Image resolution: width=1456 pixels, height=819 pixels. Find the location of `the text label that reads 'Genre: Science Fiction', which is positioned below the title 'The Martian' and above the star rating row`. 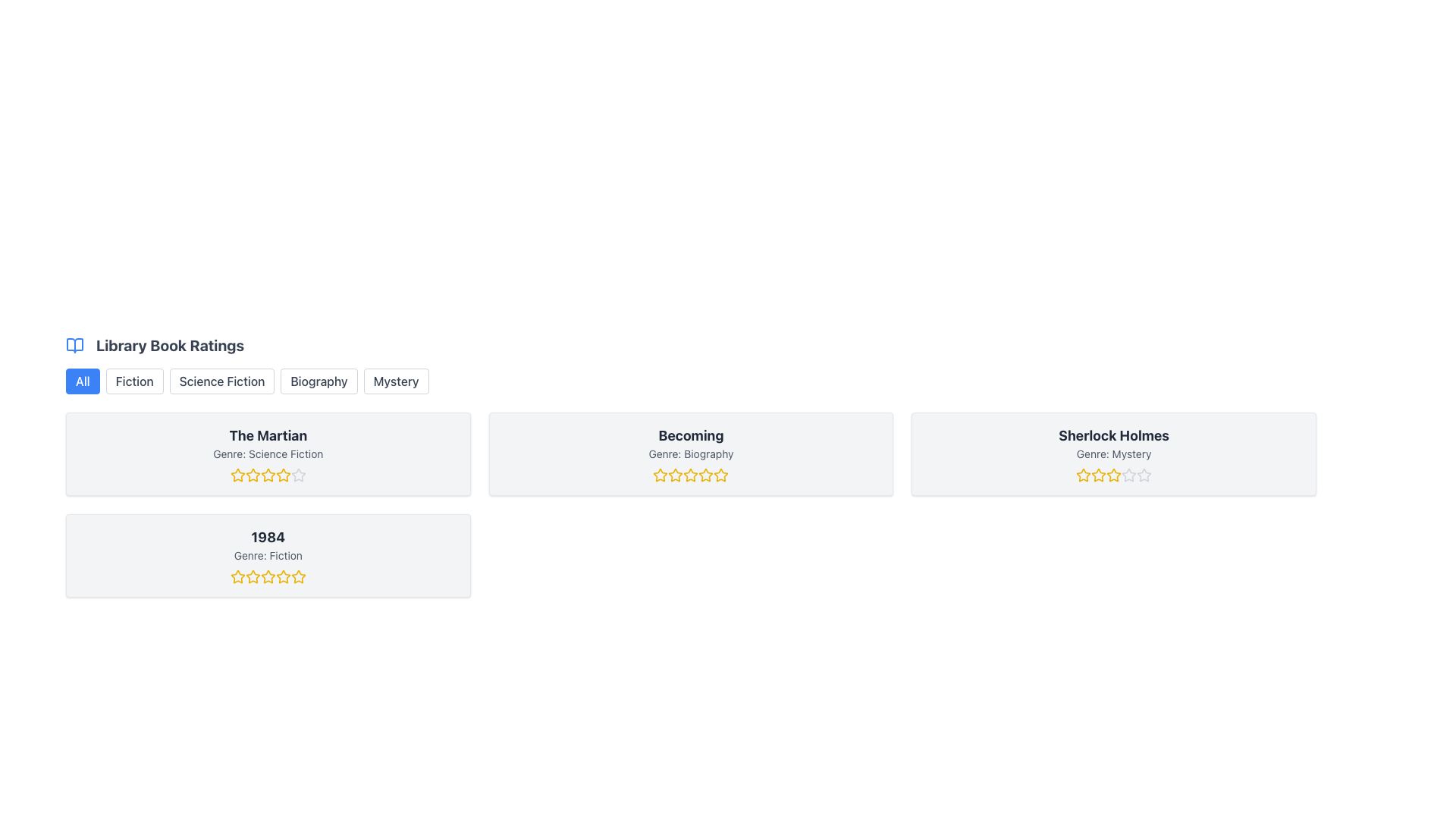

the text label that reads 'Genre: Science Fiction', which is positioned below the title 'The Martian' and above the star rating row is located at coordinates (268, 453).